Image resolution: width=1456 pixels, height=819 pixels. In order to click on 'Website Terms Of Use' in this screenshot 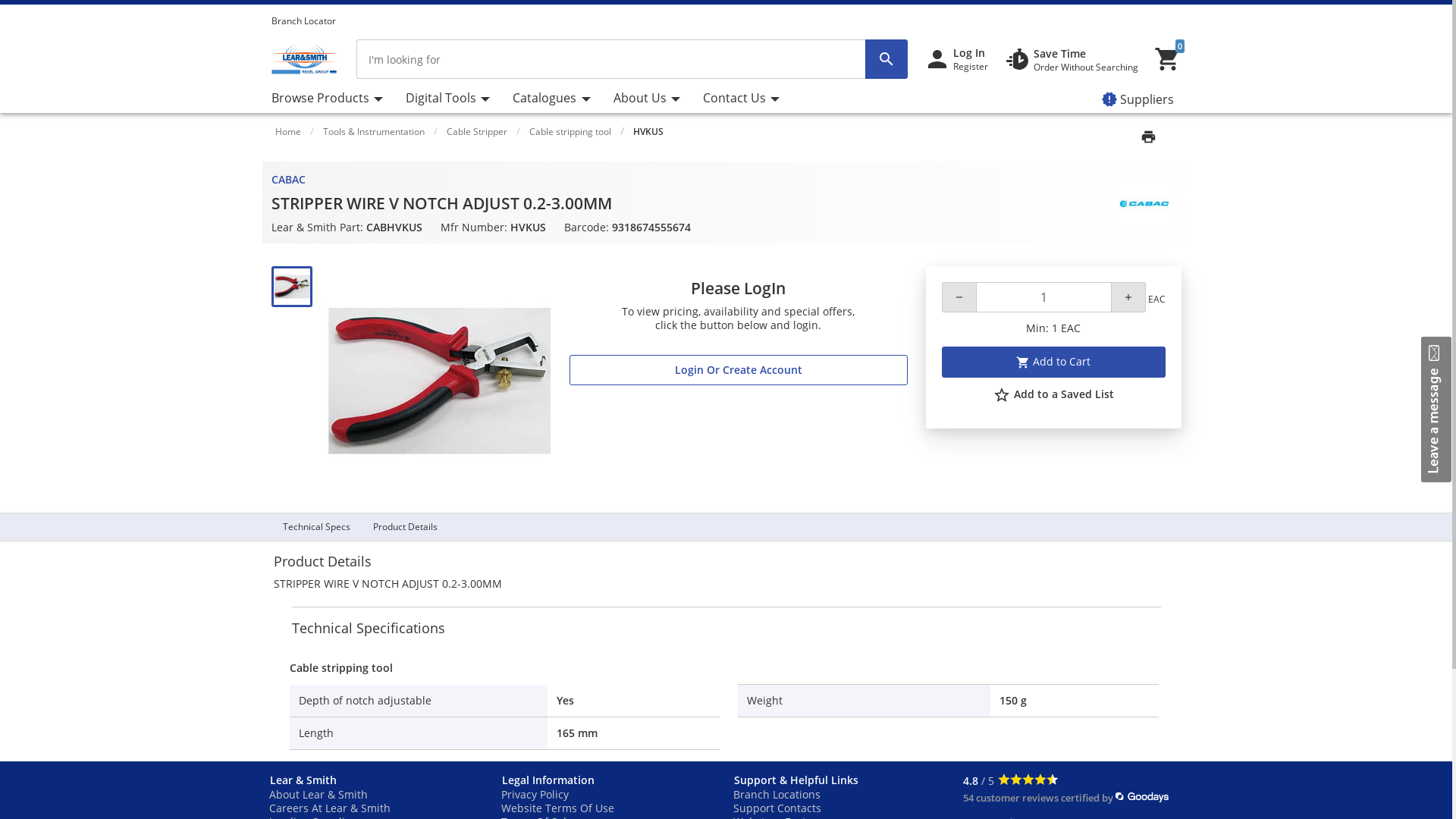, I will do `click(556, 807)`.